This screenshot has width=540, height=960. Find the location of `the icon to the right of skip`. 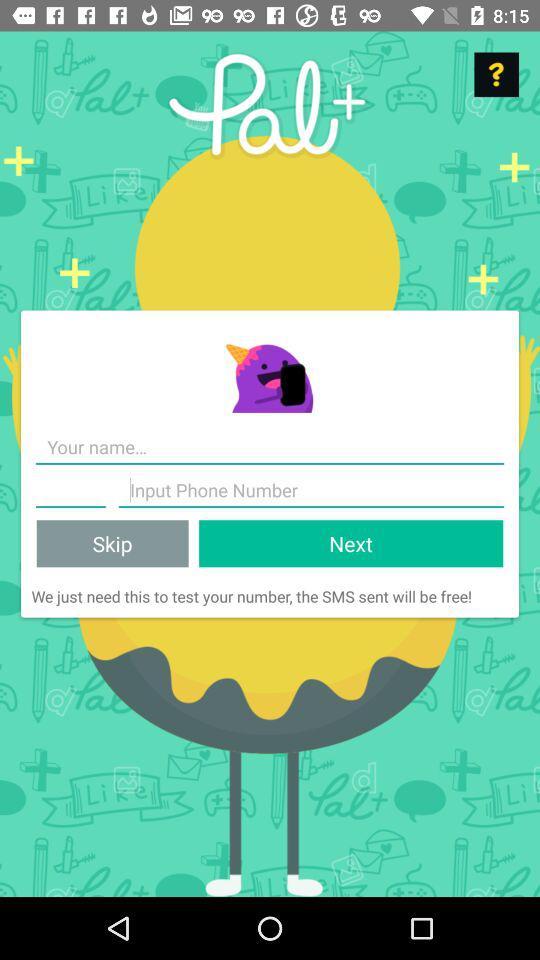

the icon to the right of skip is located at coordinates (350, 543).